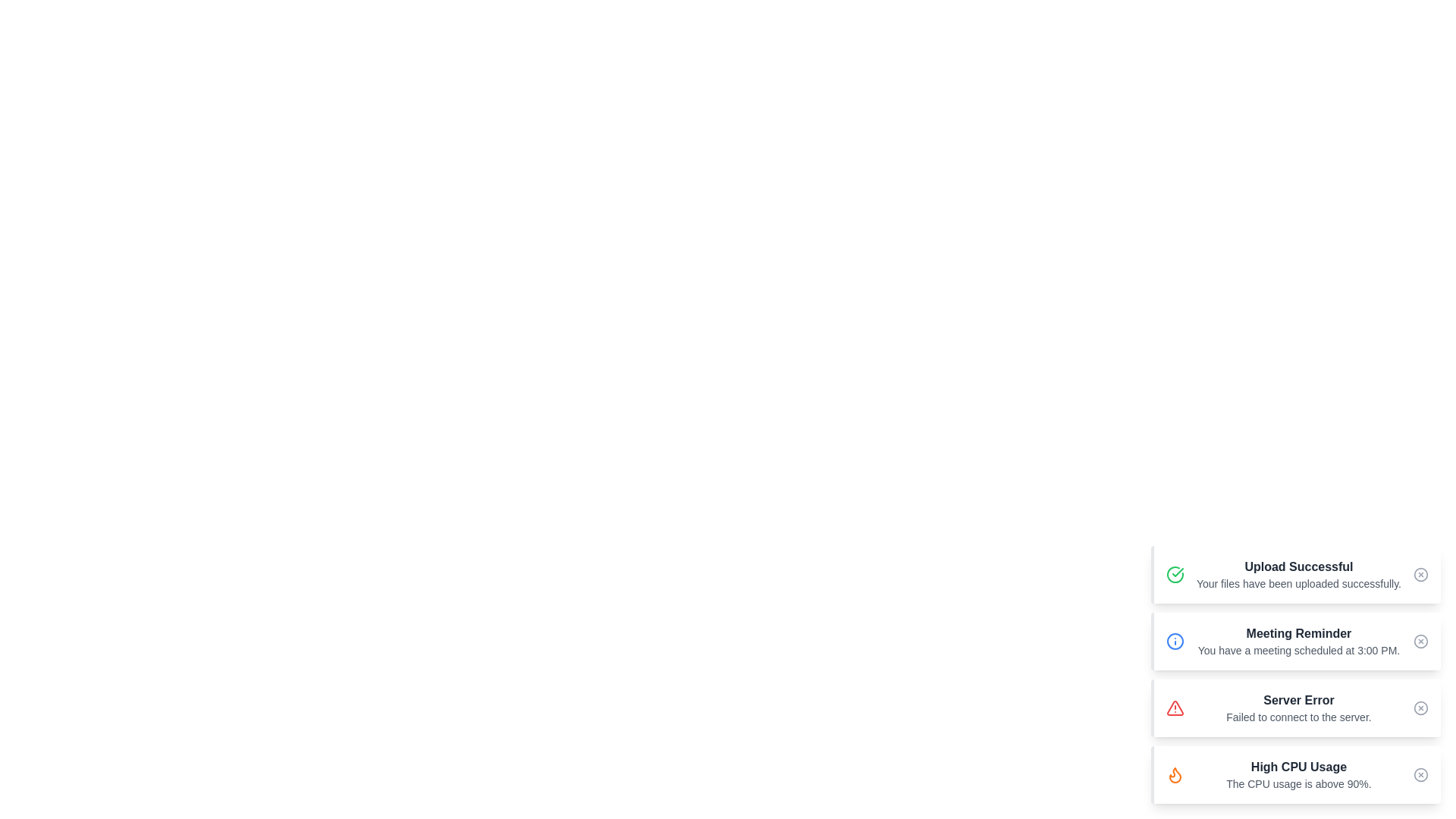 The width and height of the screenshot is (1456, 819). Describe the element at coordinates (1420, 775) in the screenshot. I see `close button for the alert with title 'High CPU Usage'` at that location.